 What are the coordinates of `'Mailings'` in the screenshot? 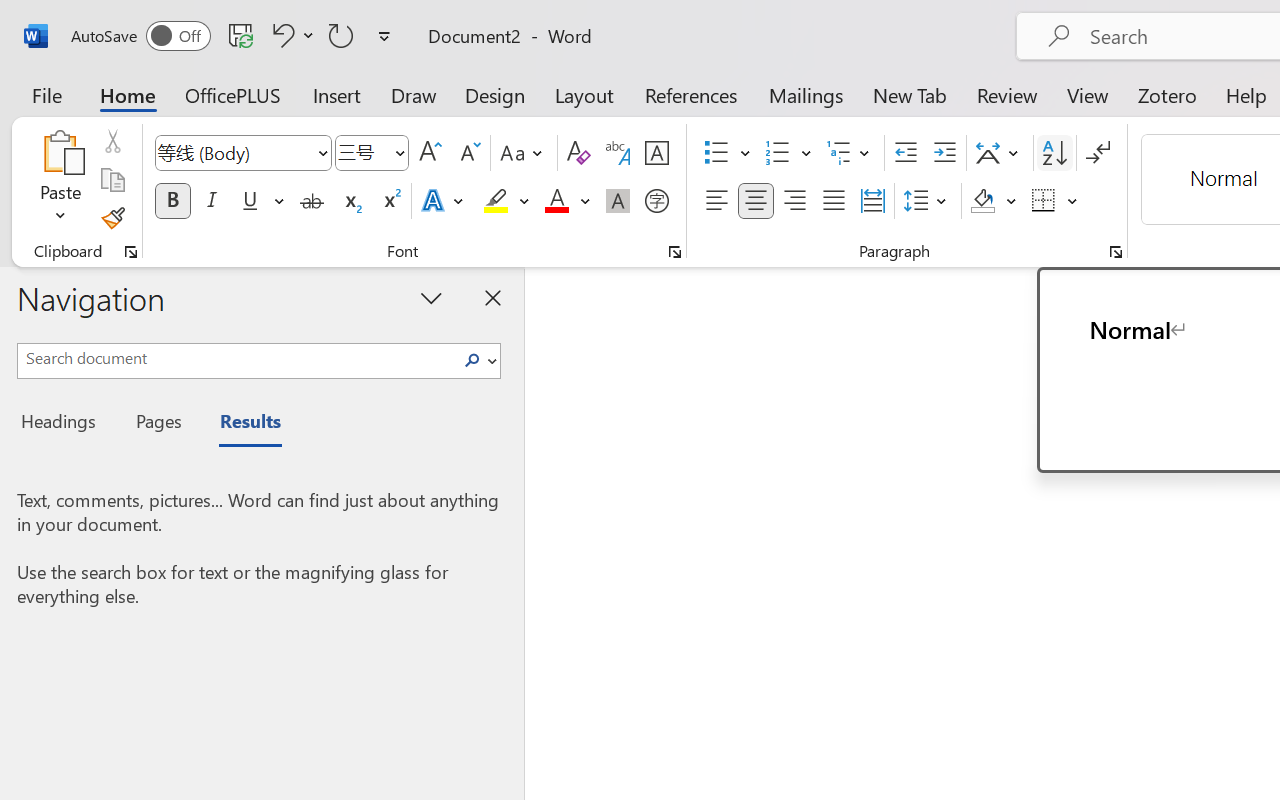 It's located at (806, 94).